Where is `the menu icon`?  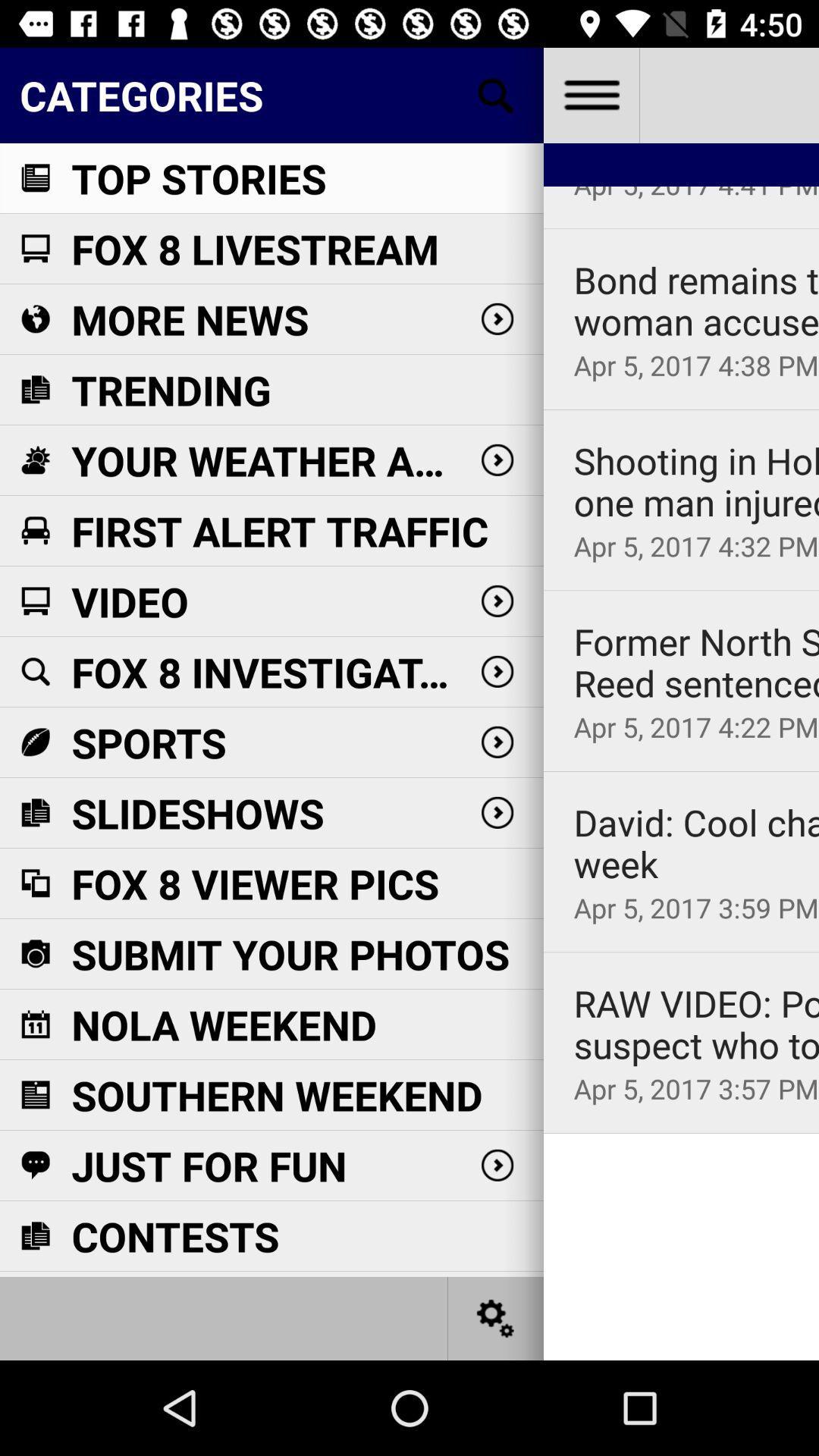
the menu icon is located at coordinates (590, 94).